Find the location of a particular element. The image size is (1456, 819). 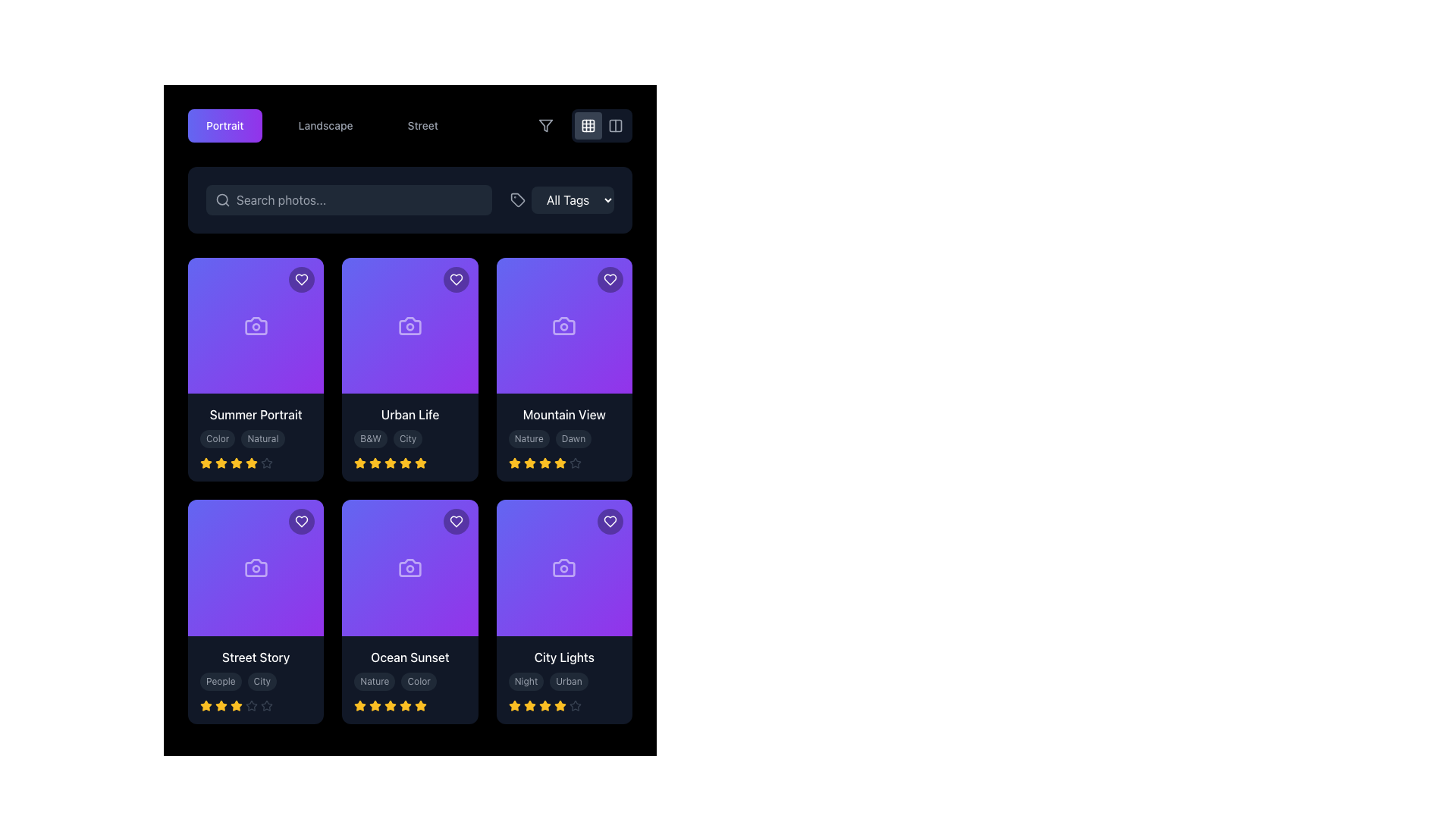

the camera icon on the 'Mountain View' card located in the top-right section of the grid layout is located at coordinates (563, 325).